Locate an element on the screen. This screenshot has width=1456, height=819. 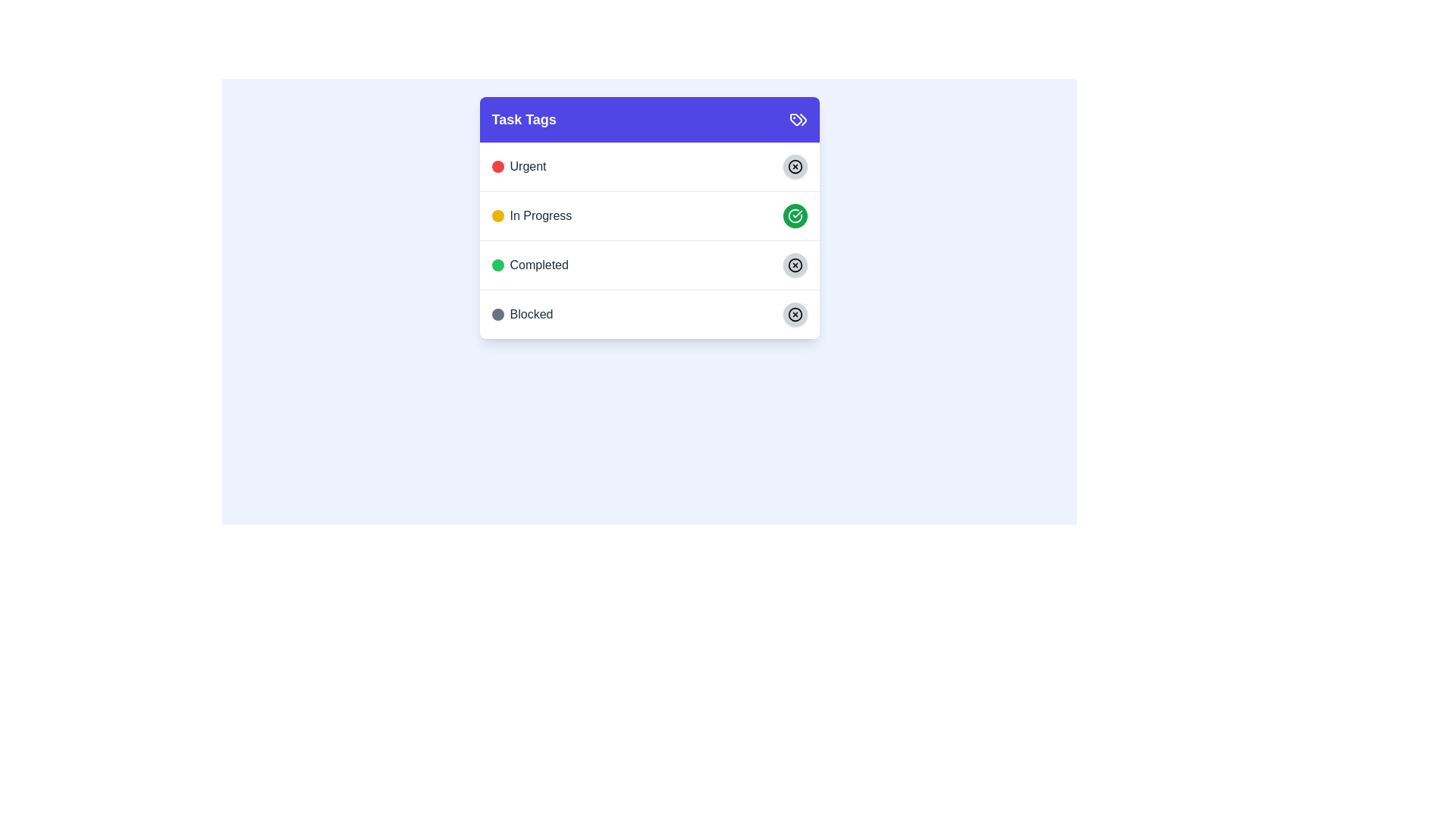
the icon representing actions or settings related to 'tags' located at the top right within the purple header bar of the 'Task Tags' section is located at coordinates (797, 119).